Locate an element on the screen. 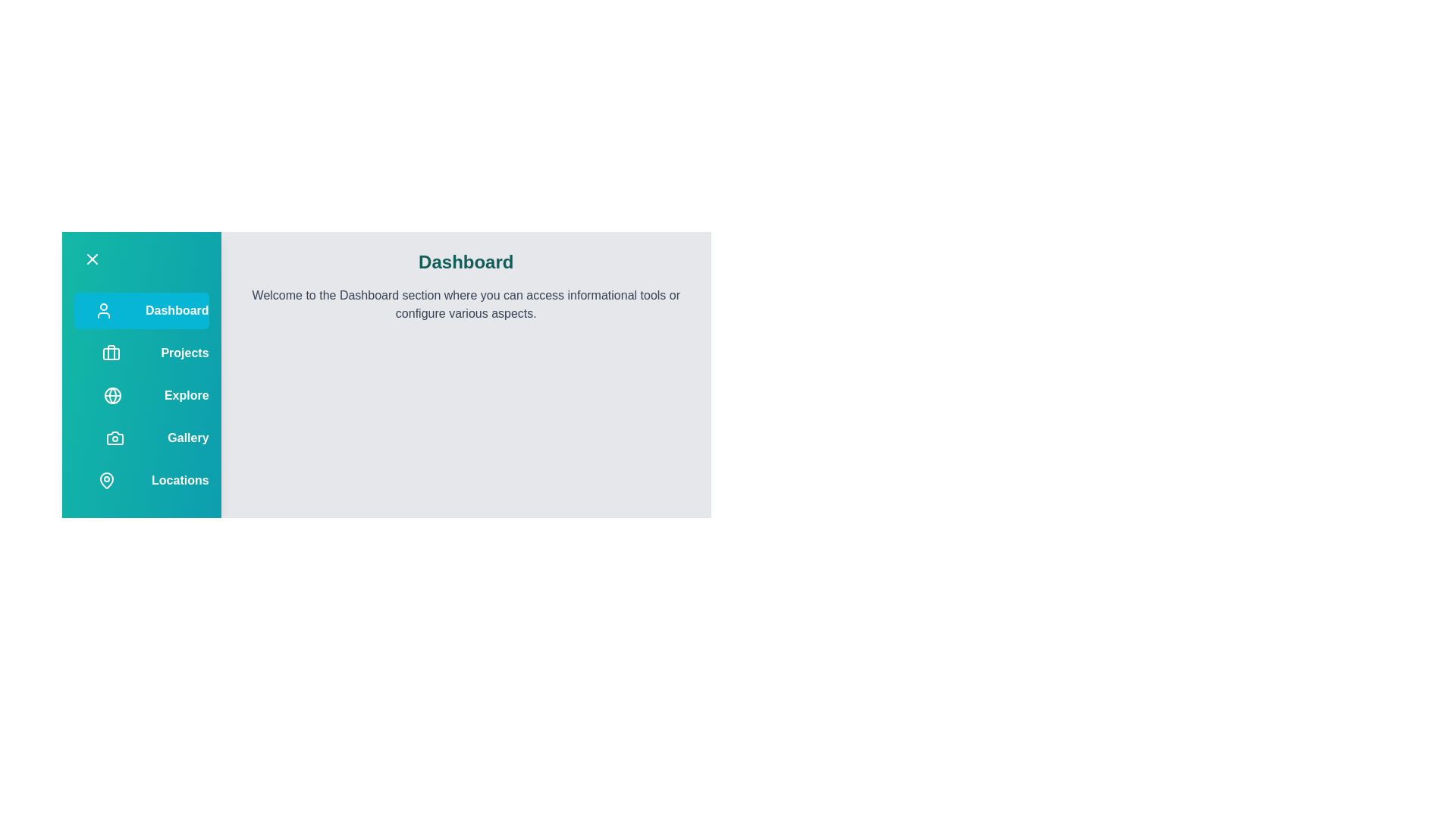  the content area displaying the welcome message is located at coordinates (465, 304).